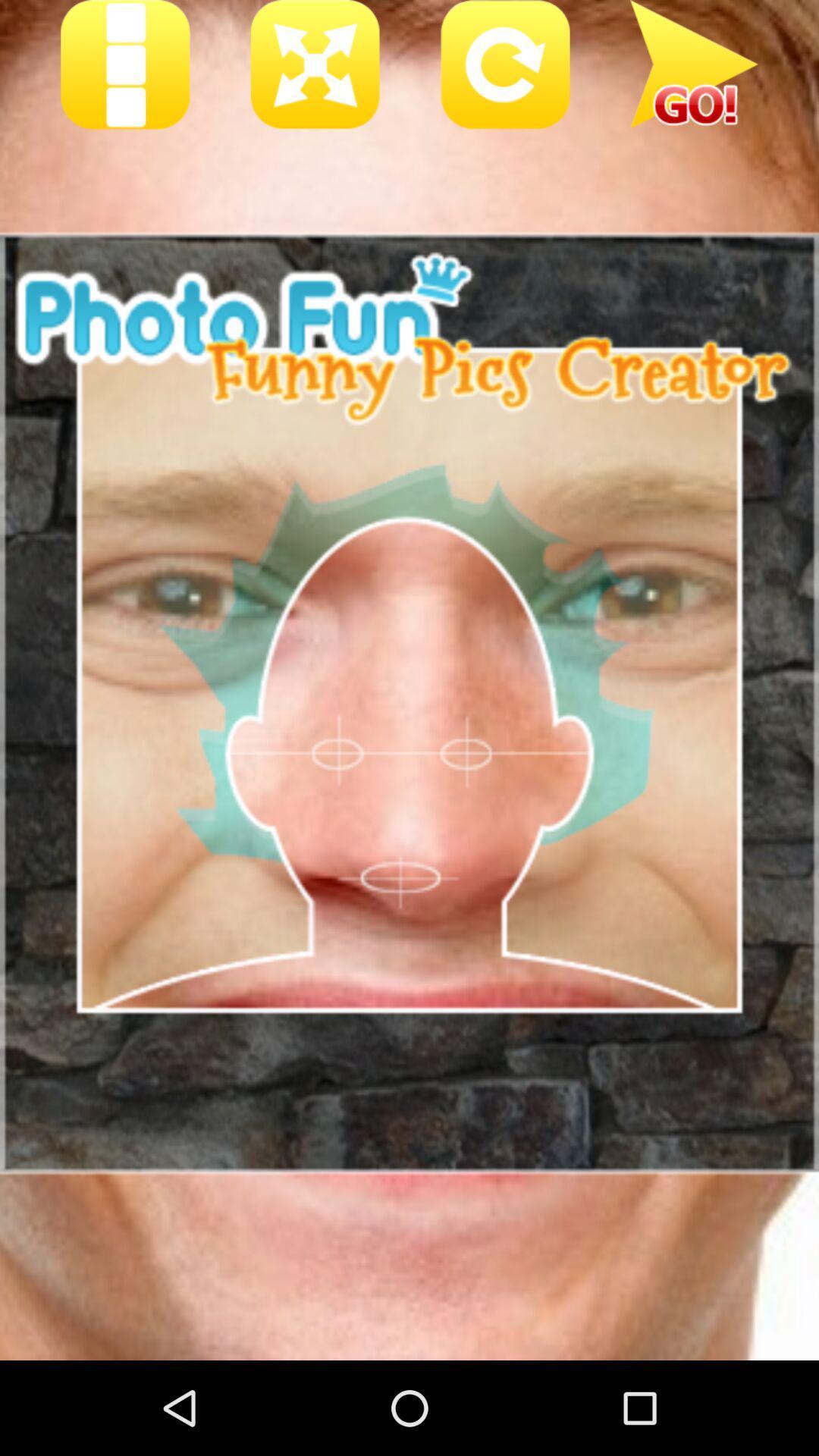  Describe the element at coordinates (315, 68) in the screenshot. I see `the fullscreen icon` at that location.